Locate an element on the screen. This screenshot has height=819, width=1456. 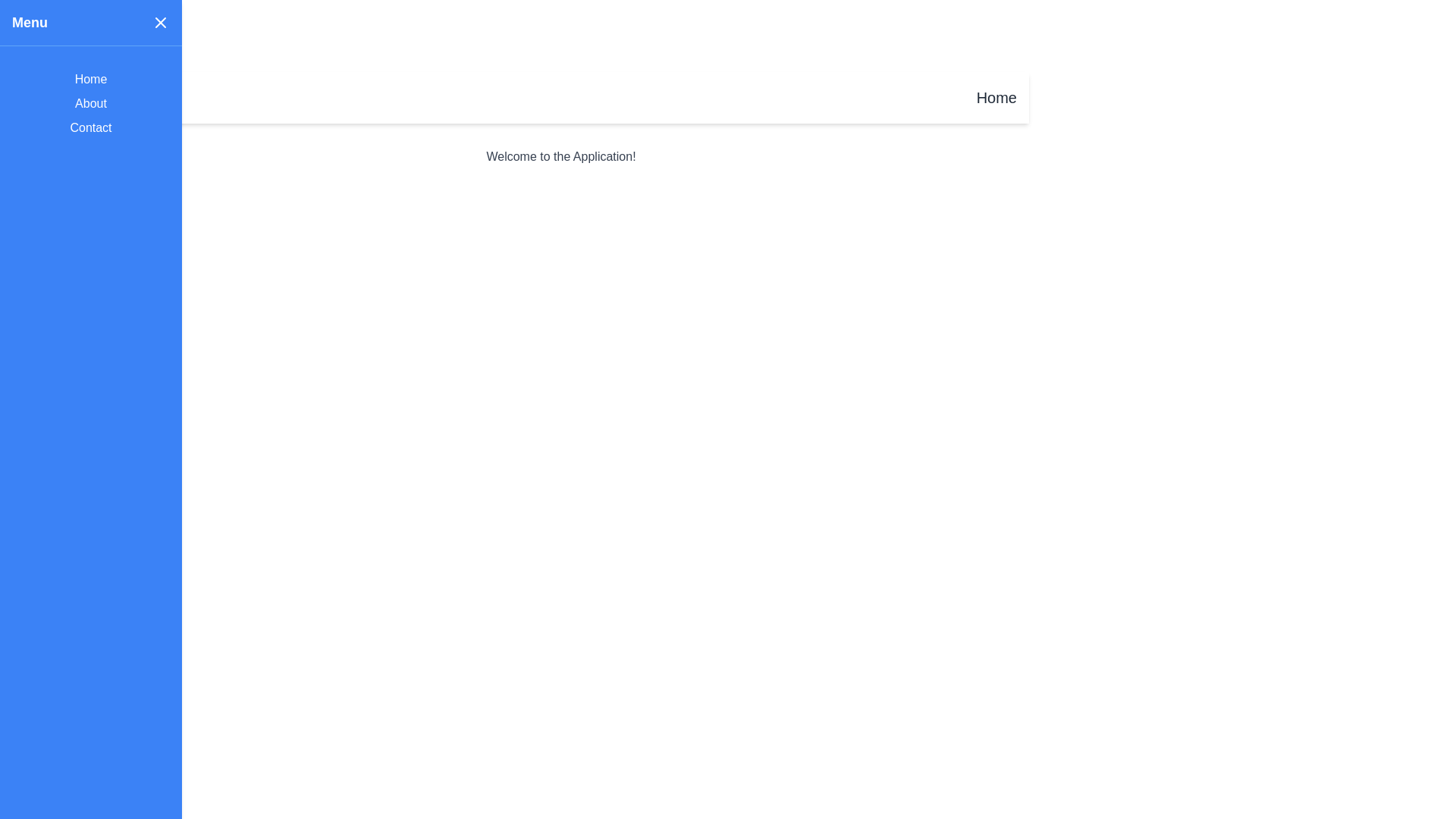
the Interactive Text Link located in the navigation menu, positioned below the 'About' button, to initiate navigation to the 'Contact' section is located at coordinates (90, 127).